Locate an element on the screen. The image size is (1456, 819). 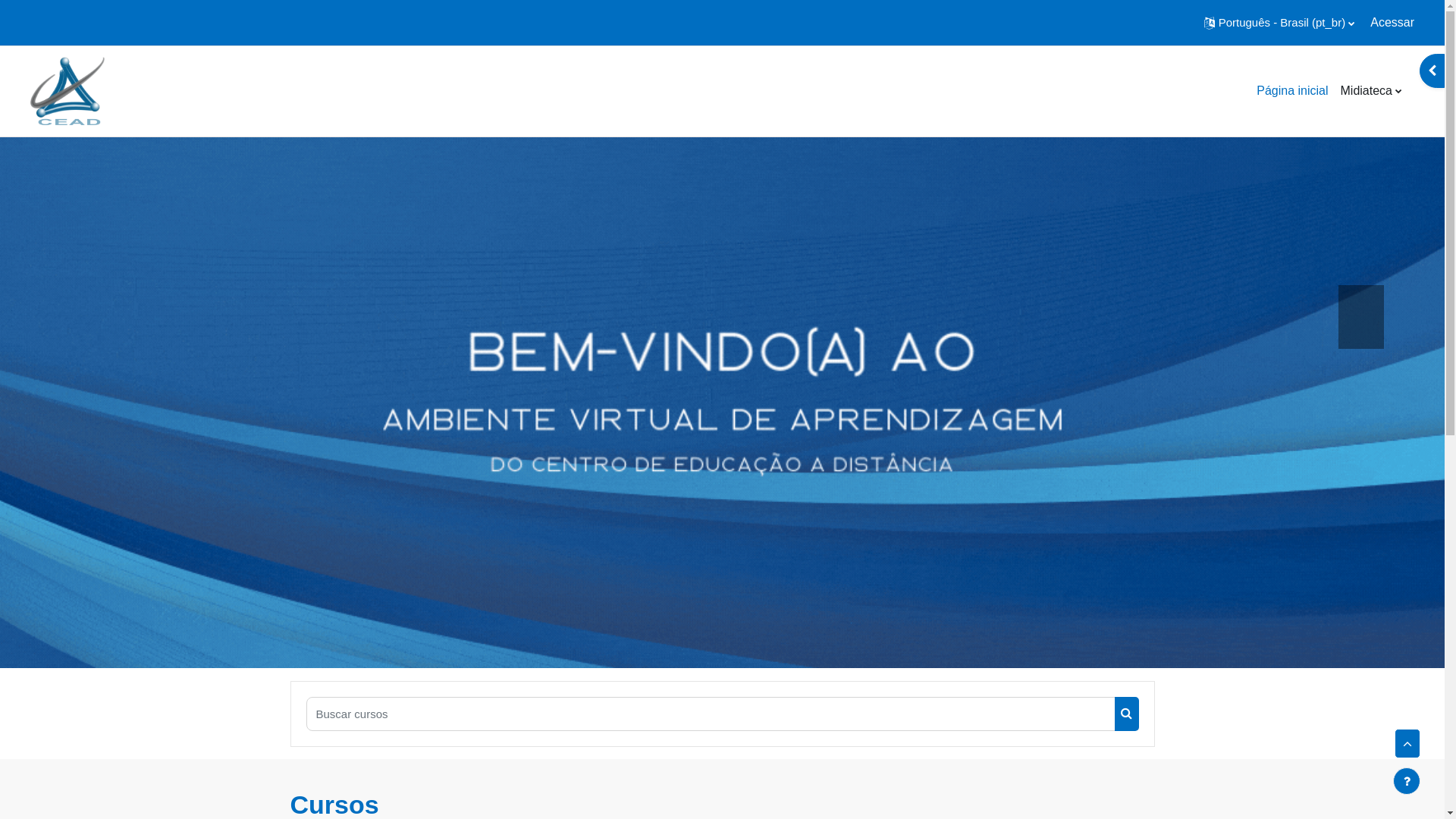
'Acessar' is located at coordinates (1370, 23).